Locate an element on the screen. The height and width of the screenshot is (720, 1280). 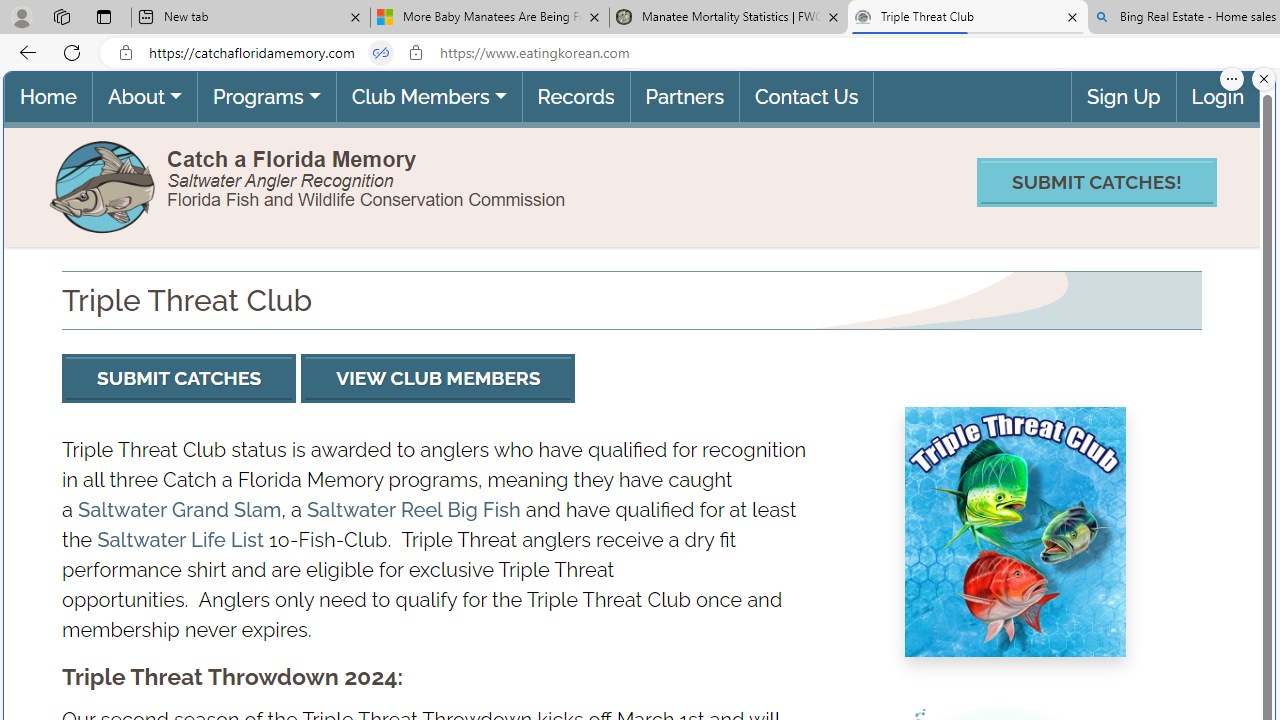
'Triple Threat Club image' is located at coordinates (1015, 530).